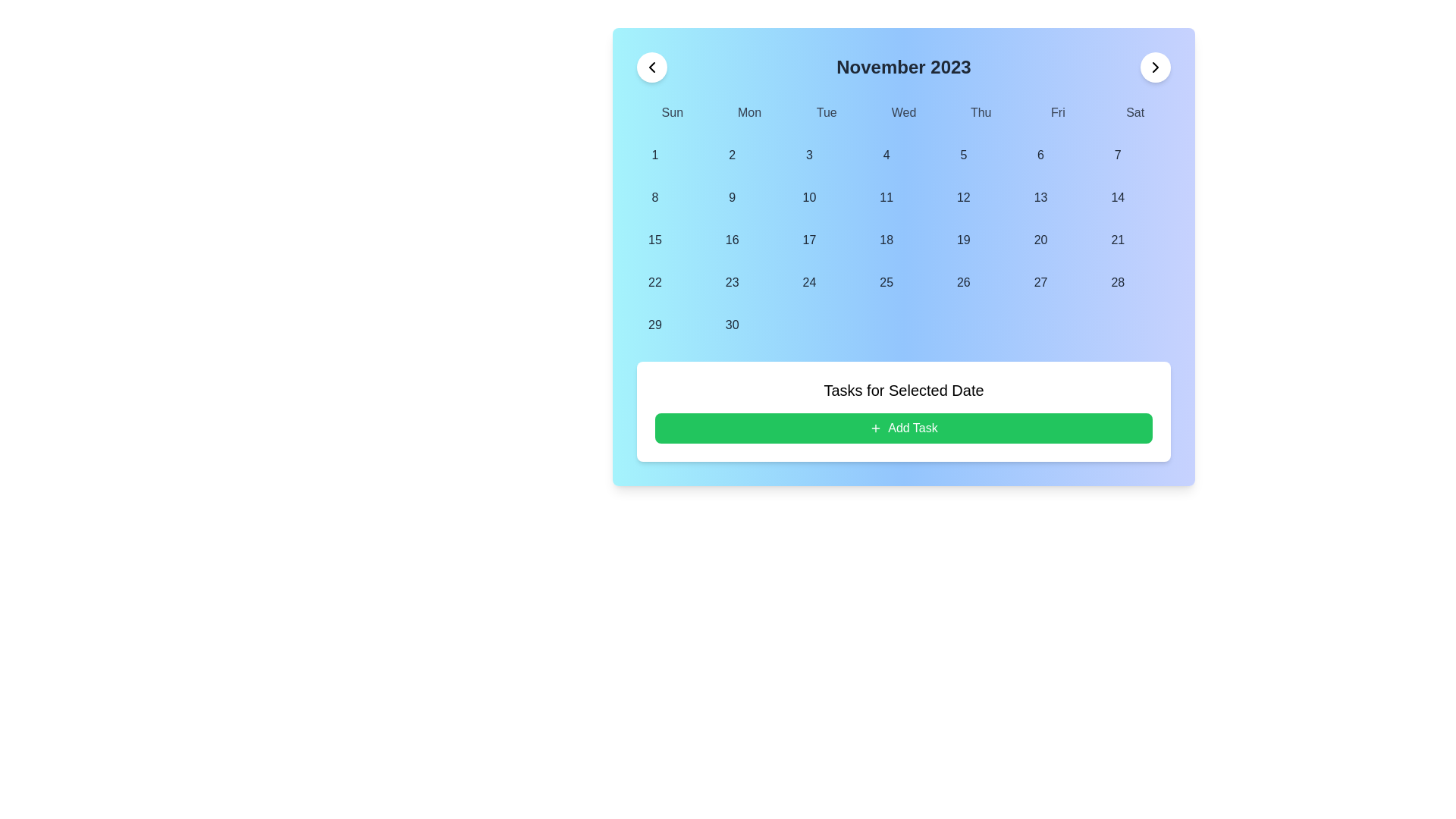  What do you see at coordinates (886, 197) in the screenshot?
I see `the button representing the 11th day of the month in the calendar` at bounding box center [886, 197].